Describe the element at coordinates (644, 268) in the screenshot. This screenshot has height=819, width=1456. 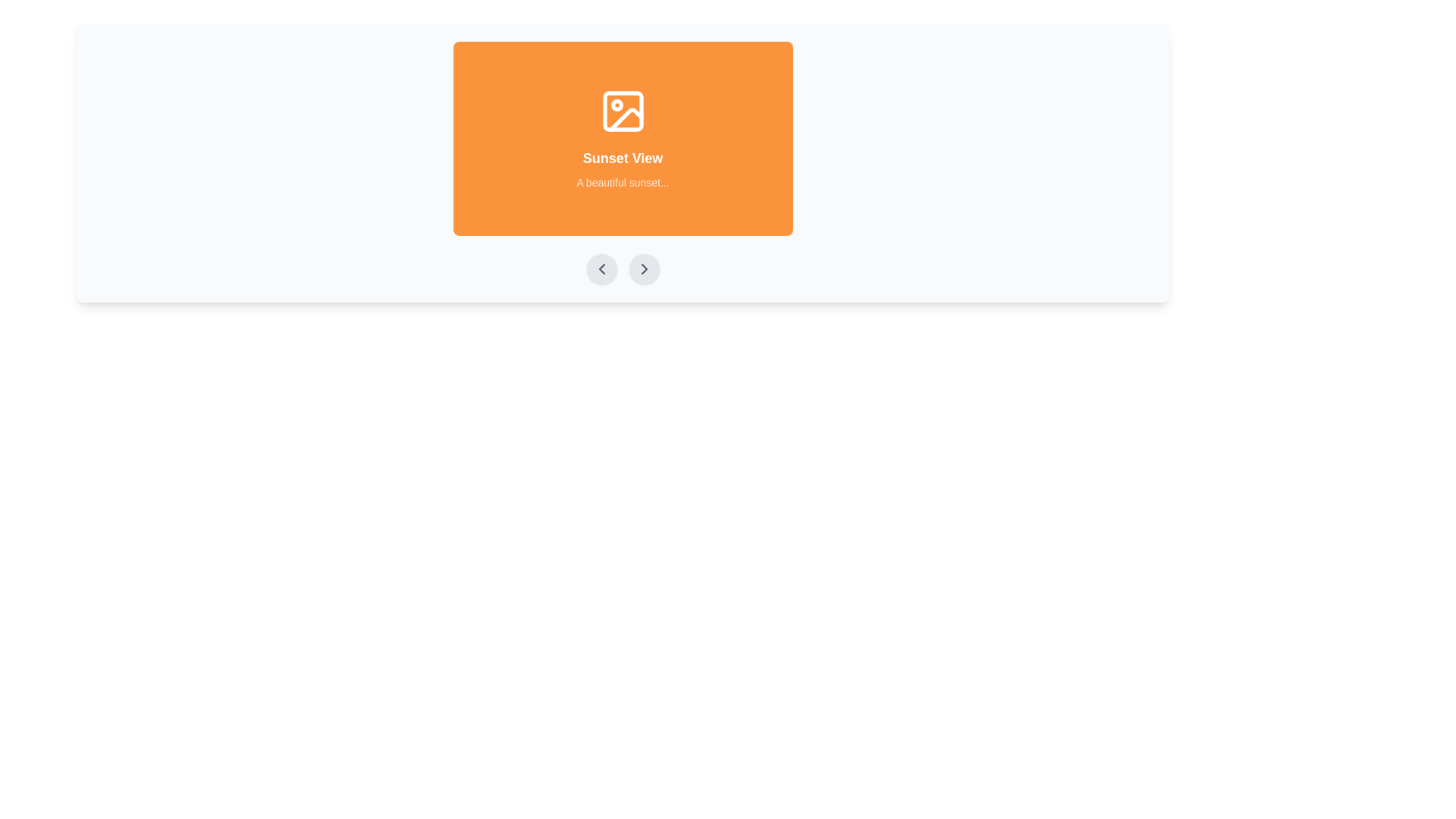
I see `the navigation button located at the bottom center of the sunset view panel` at that location.